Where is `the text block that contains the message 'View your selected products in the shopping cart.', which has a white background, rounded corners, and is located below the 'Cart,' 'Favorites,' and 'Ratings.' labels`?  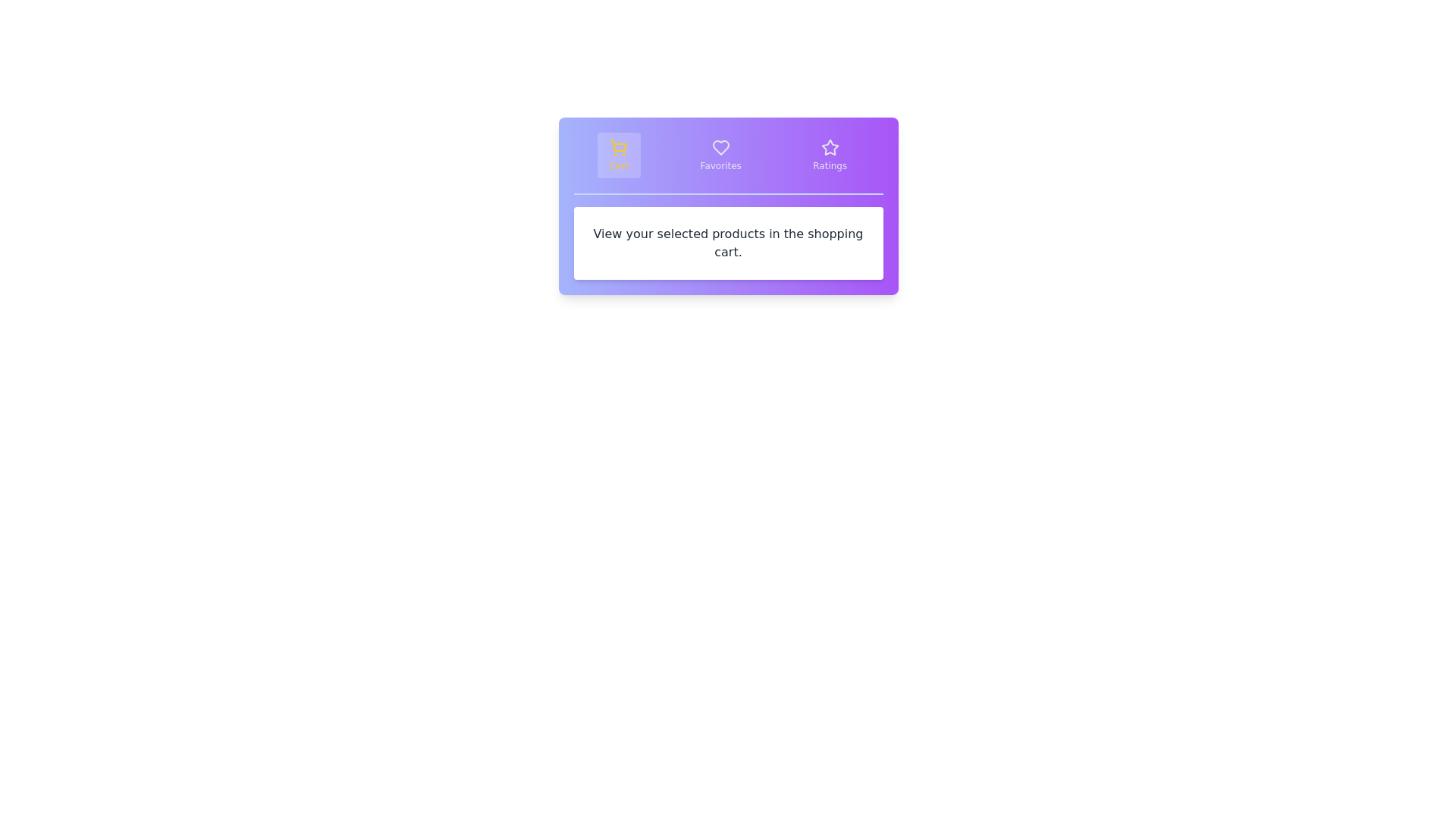 the text block that contains the message 'View your selected products in the shopping cart.', which has a white background, rounded corners, and is located below the 'Cart,' 'Favorites,' and 'Ratings.' labels is located at coordinates (728, 242).